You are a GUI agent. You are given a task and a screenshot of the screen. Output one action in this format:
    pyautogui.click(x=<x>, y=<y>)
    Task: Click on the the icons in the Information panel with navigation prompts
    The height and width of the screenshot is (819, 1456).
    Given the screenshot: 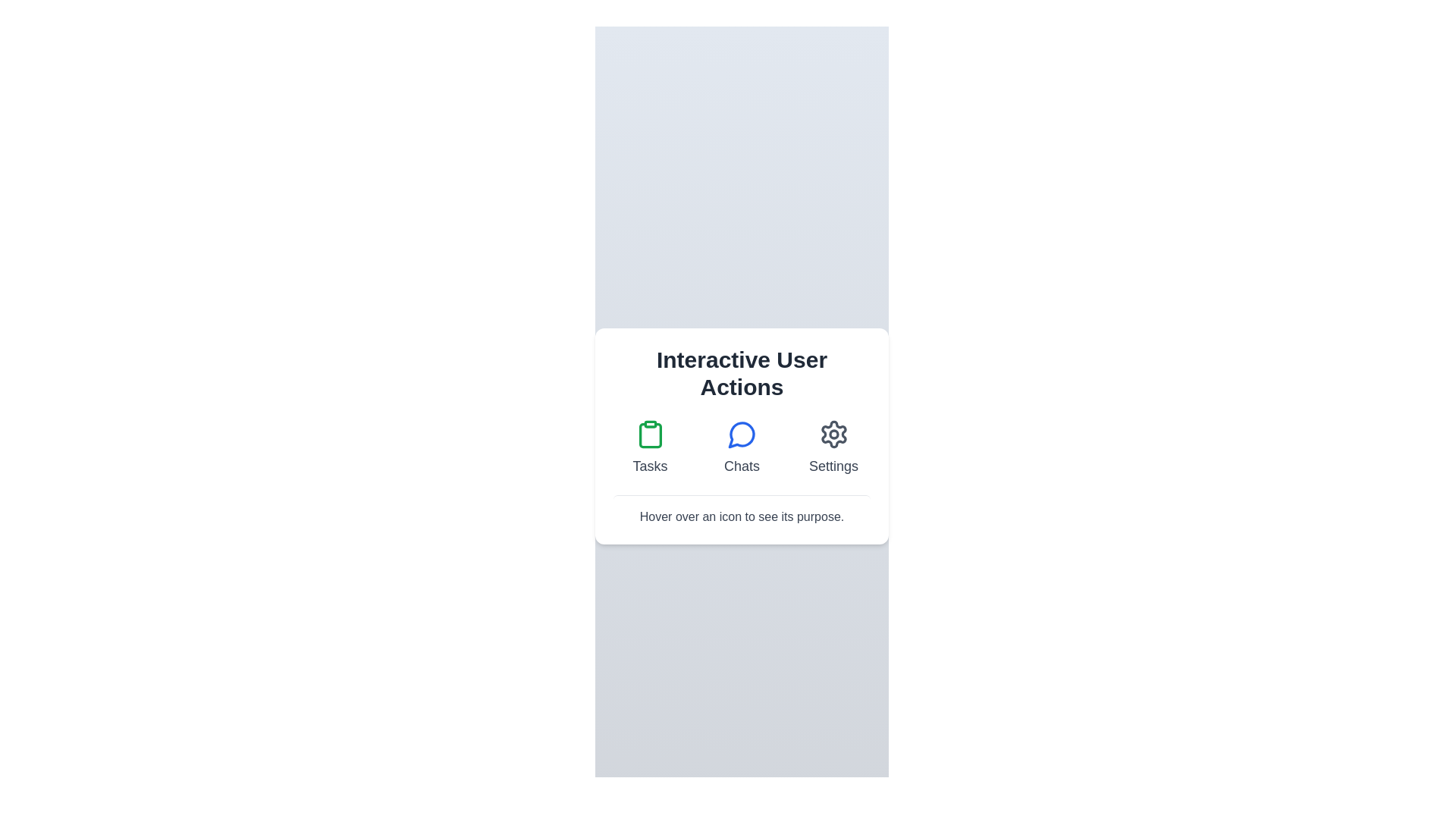 What is the action you would take?
    pyautogui.click(x=742, y=435)
    